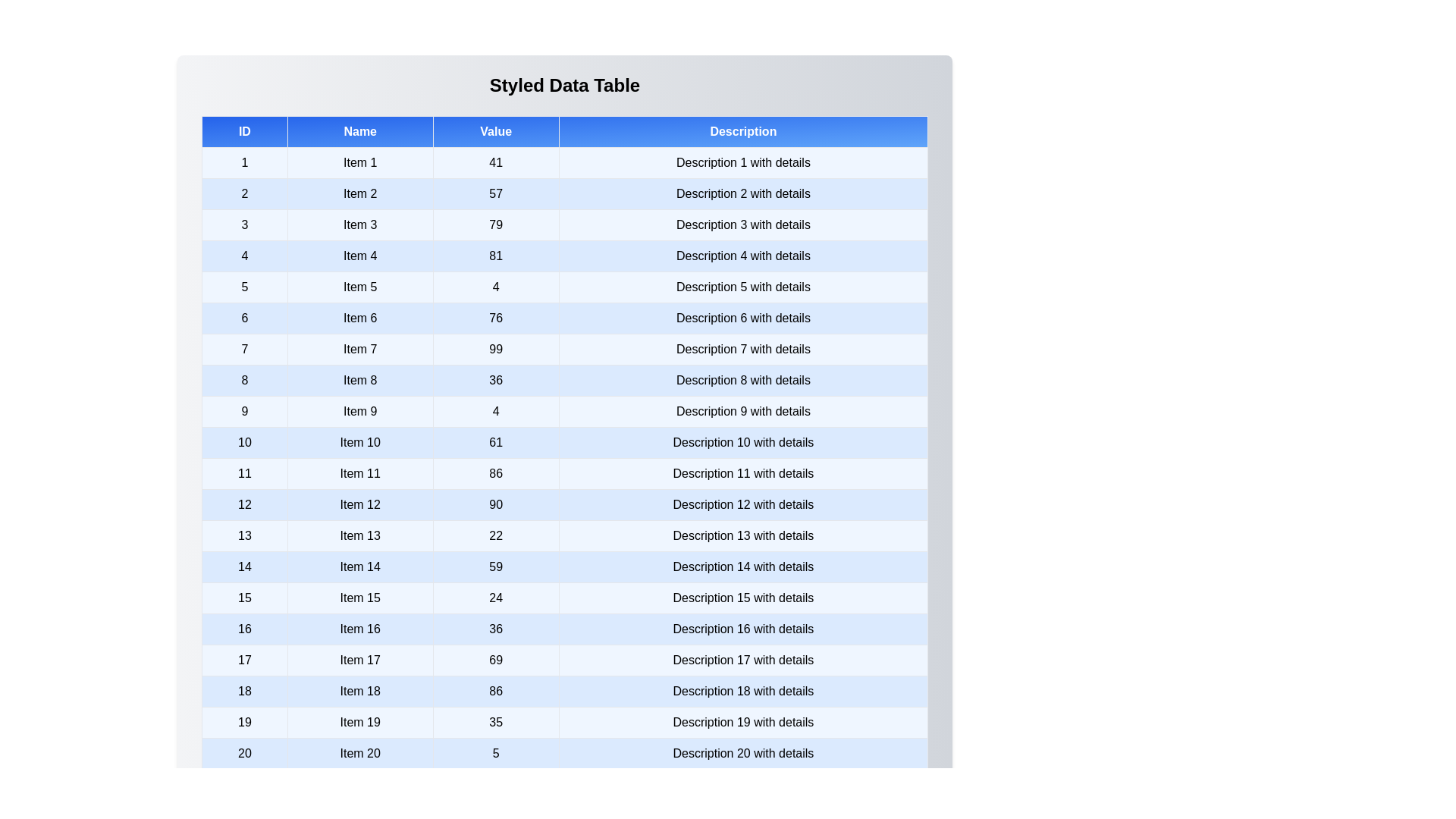 This screenshot has width=1456, height=819. I want to click on the column header Description to sort the table by that column, so click(743, 130).